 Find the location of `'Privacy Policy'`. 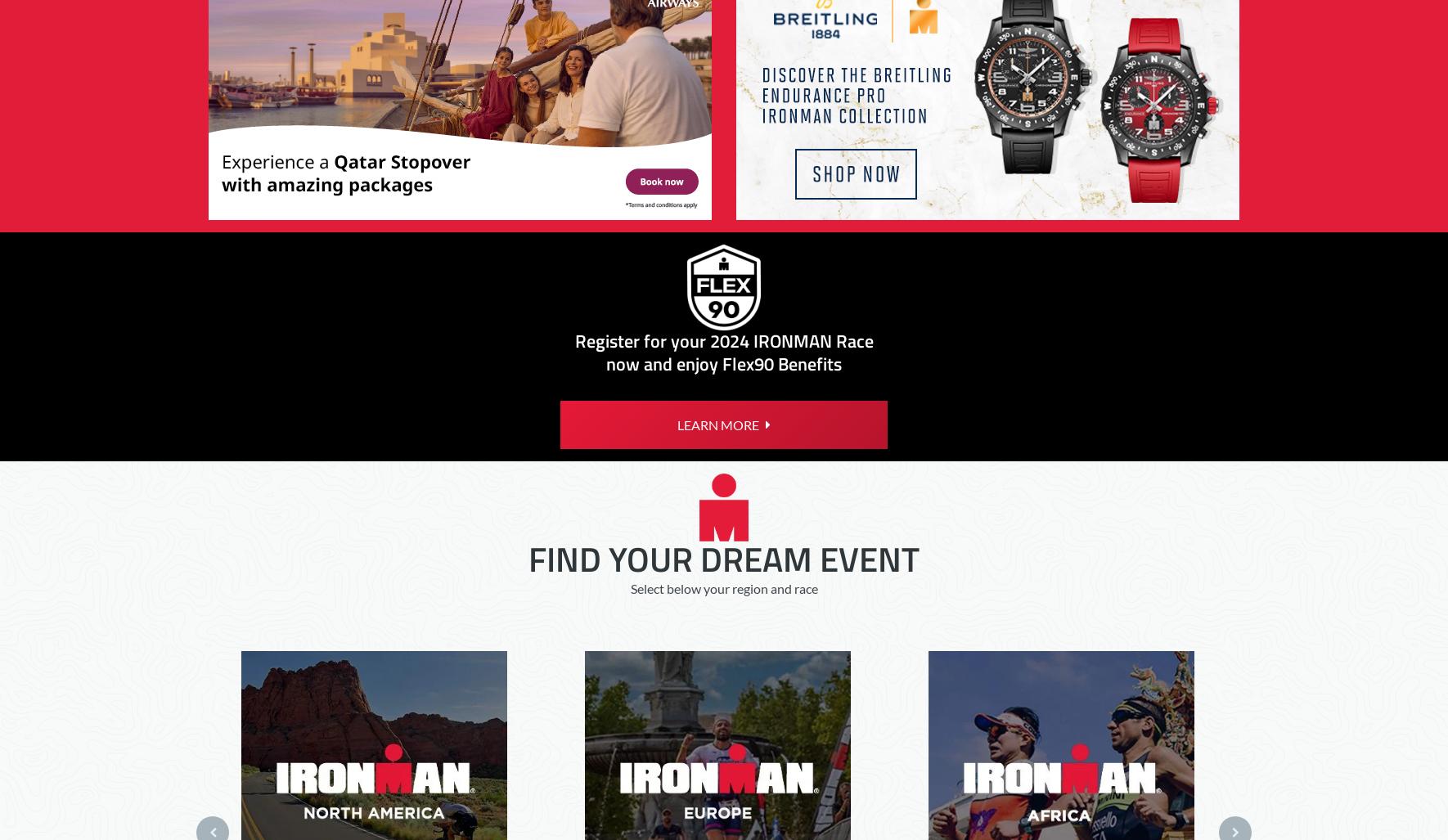

'Privacy Policy' is located at coordinates (384, 76).